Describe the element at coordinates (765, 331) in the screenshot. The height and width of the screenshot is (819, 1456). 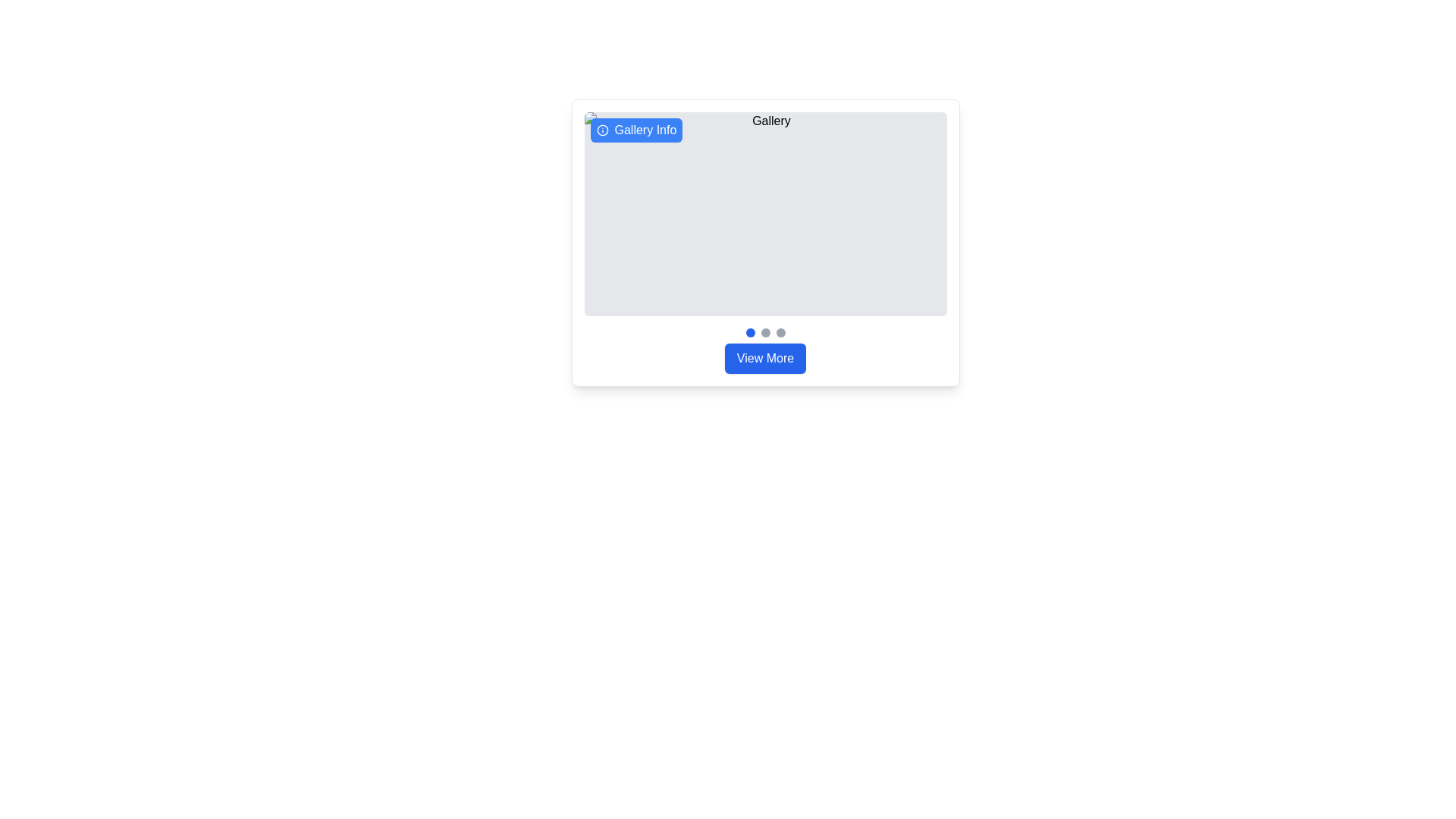
I see `the active blue circular indicator of the Carousel navigation below the 'Gallery' section` at that location.